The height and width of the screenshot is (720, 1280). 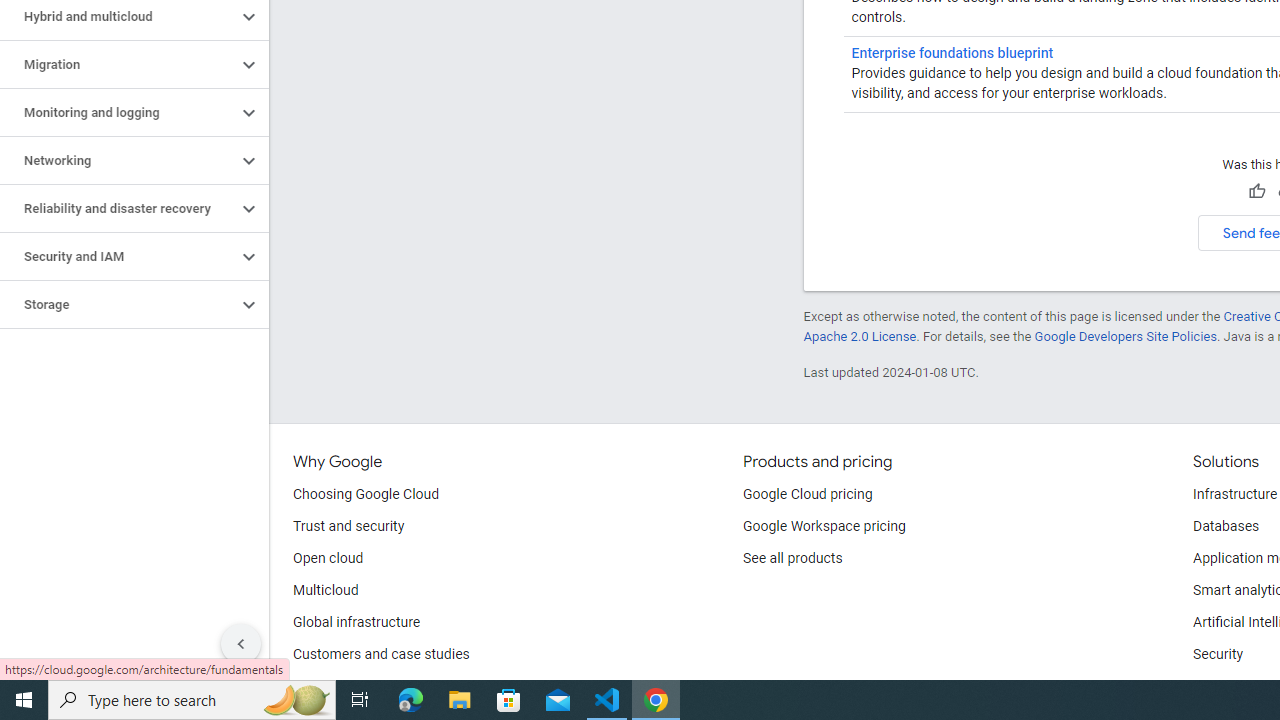 What do you see at coordinates (366, 495) in the screenshot?
I see `'Choosing Google Cloud'` at bounding box center [366, 495].